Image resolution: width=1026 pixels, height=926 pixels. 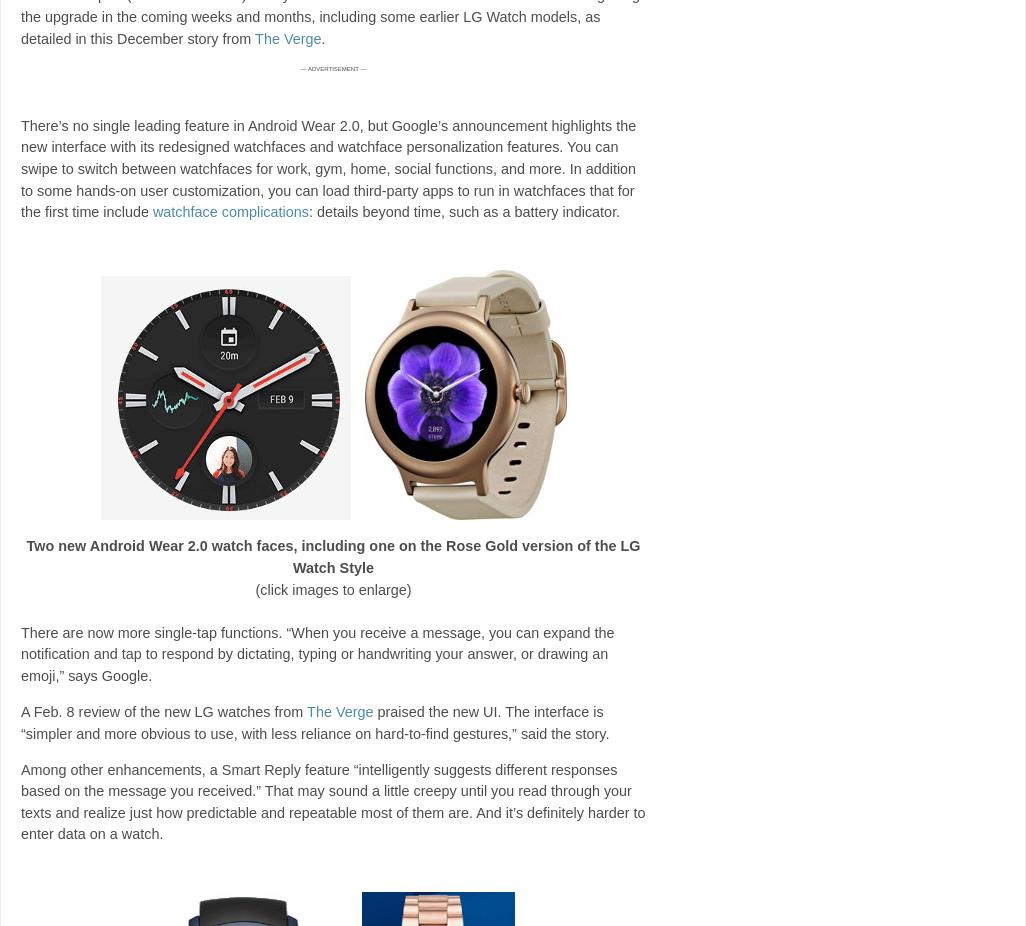 I want to click on '— ADVERTISEMENT —', so click(x=333, y=66).